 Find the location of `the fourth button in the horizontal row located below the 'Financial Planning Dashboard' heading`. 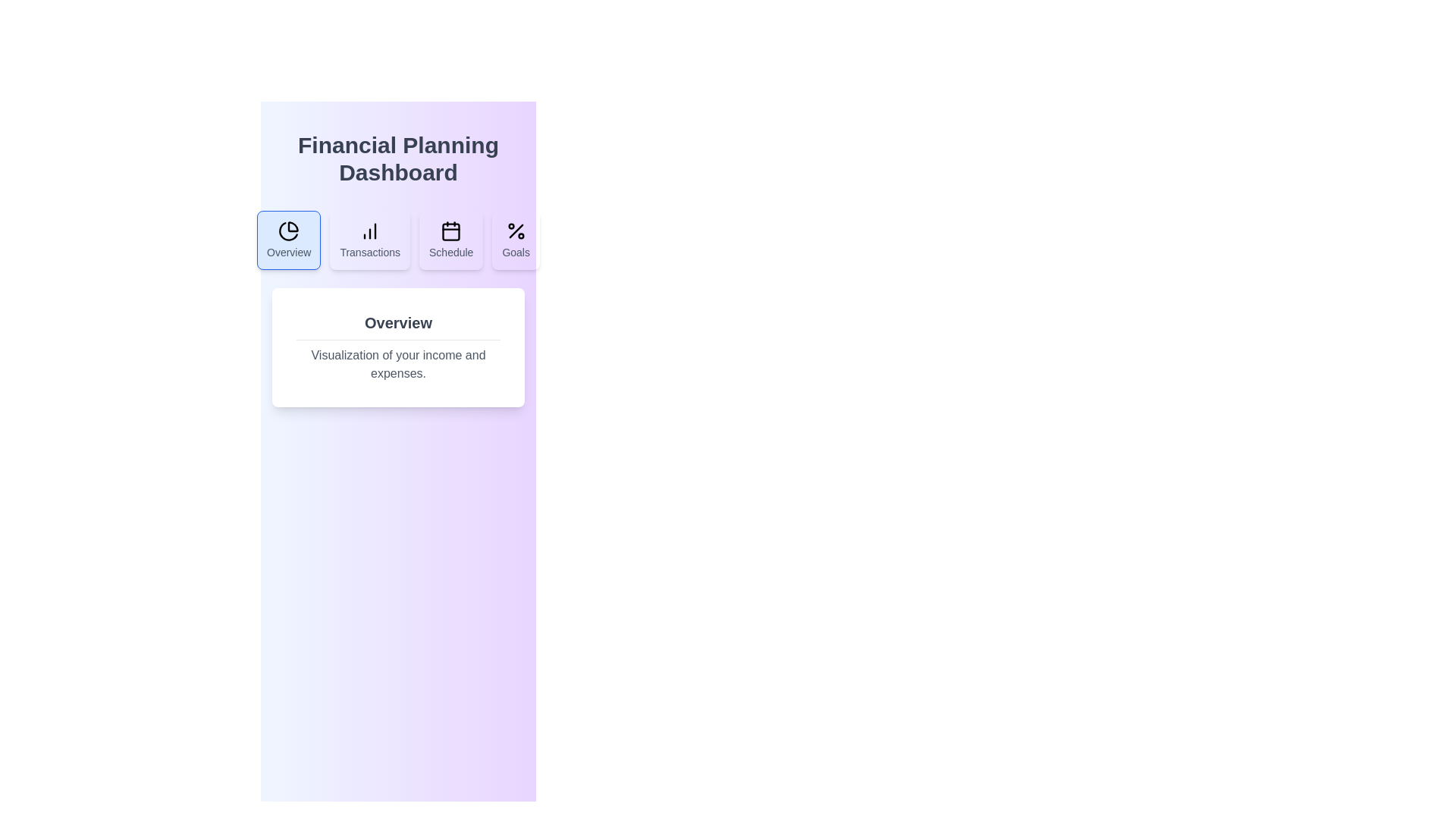

the fourth button in the horizontal row located below the 'Financial Planning Dashboard' heading is located at coordinates (516, 239).